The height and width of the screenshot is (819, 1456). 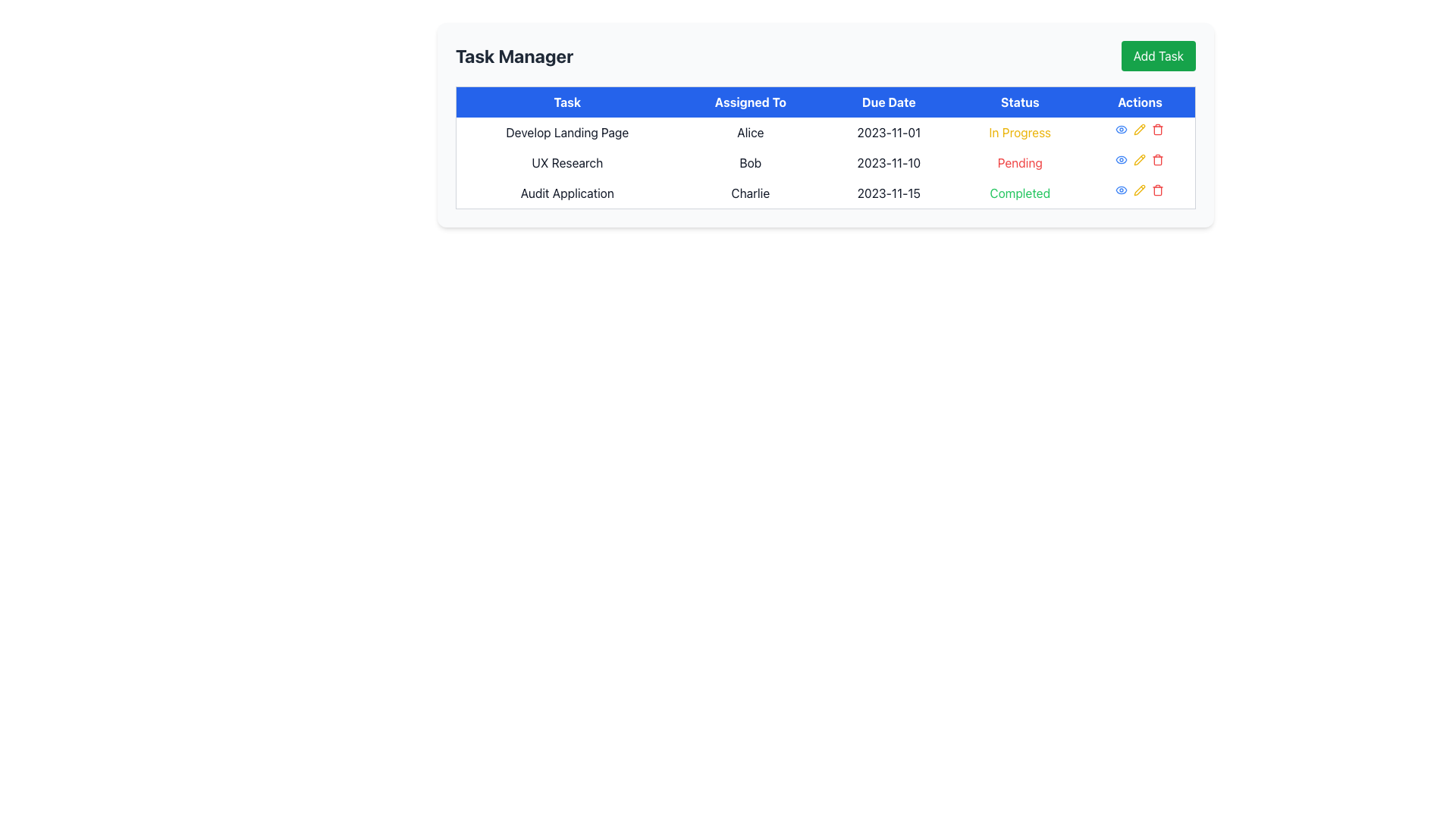 I want to click on the text label displaying 'Develop Landing Page' in the first cell of the 'Task' column in the 'Task Manager' table, so click(x=566, y=131).